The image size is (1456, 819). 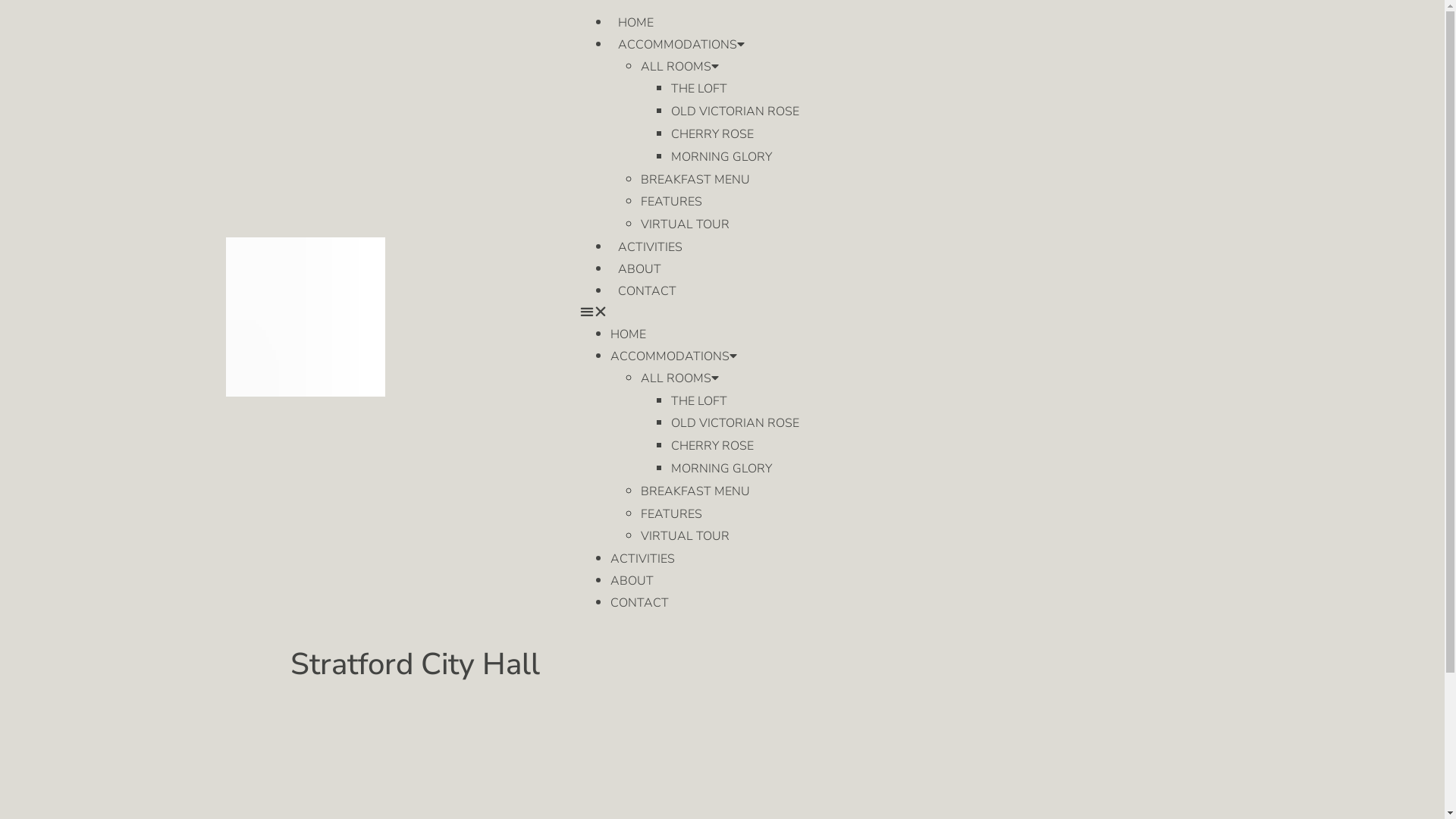 I want to click on 'THE LOFT', so click(x=670, y=88).